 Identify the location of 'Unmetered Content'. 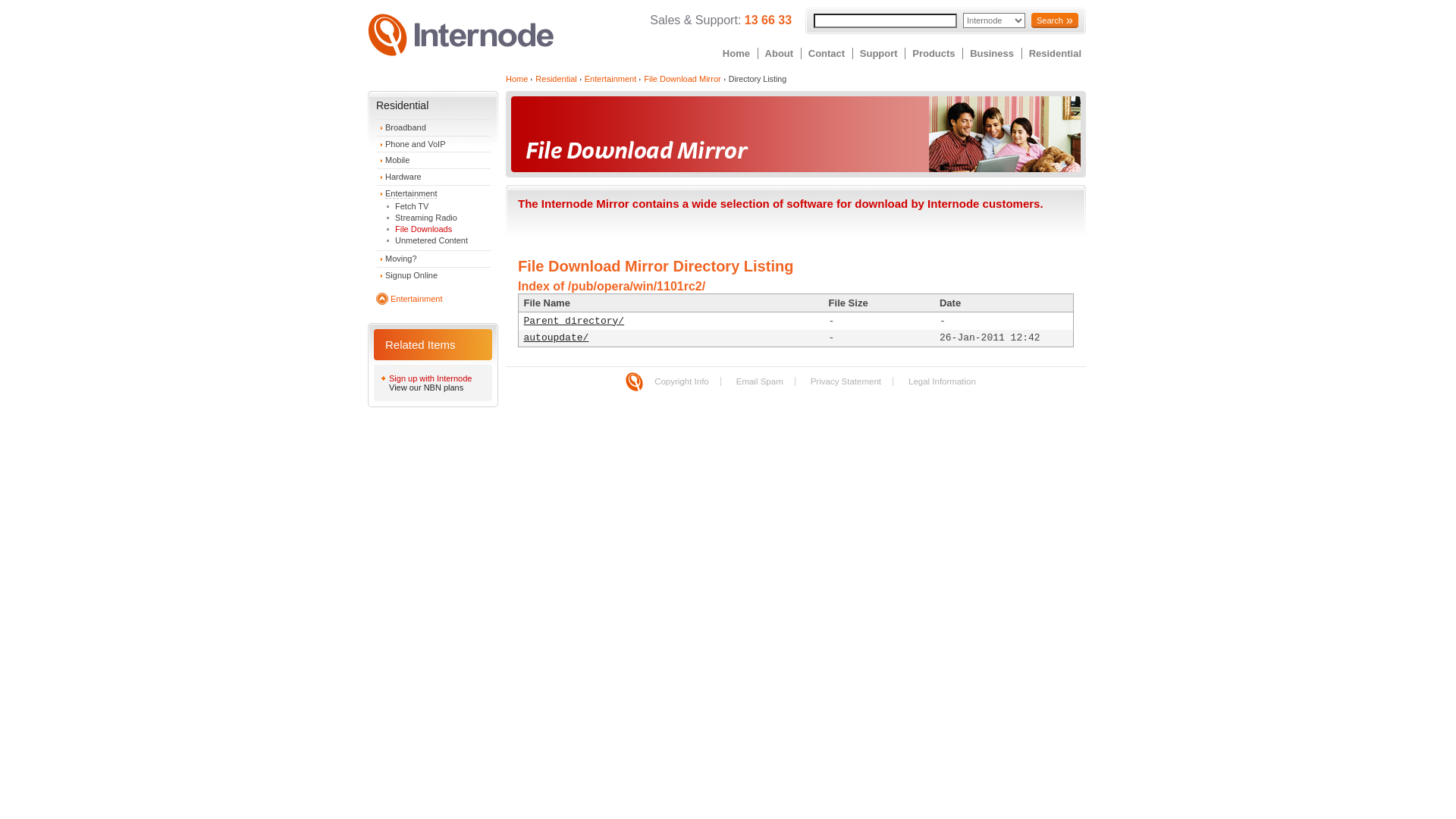
(431, 239).